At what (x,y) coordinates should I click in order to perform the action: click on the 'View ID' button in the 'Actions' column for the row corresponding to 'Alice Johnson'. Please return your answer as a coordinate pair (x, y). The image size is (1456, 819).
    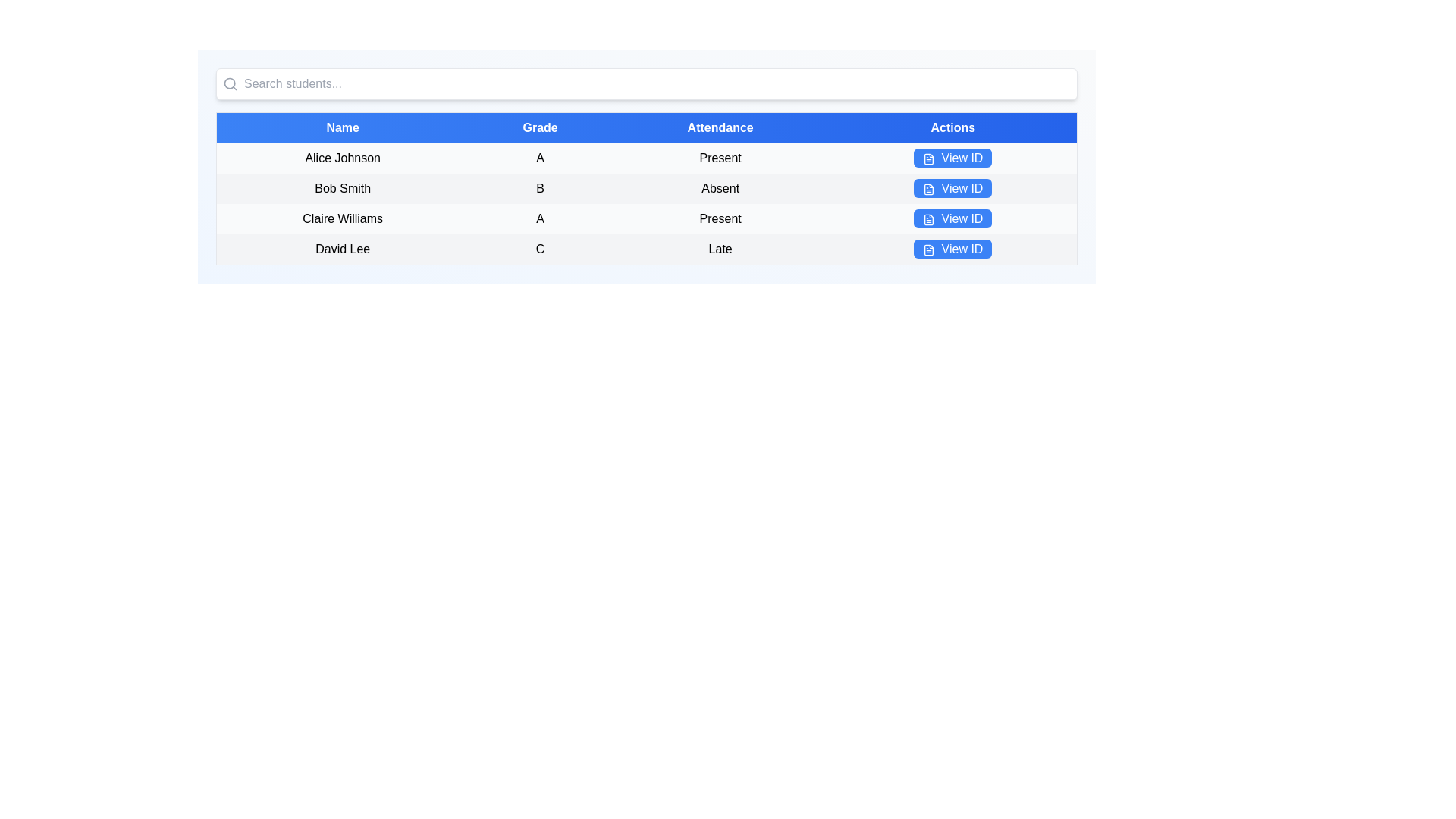
    Looking at the image, I should click on (952, 158).